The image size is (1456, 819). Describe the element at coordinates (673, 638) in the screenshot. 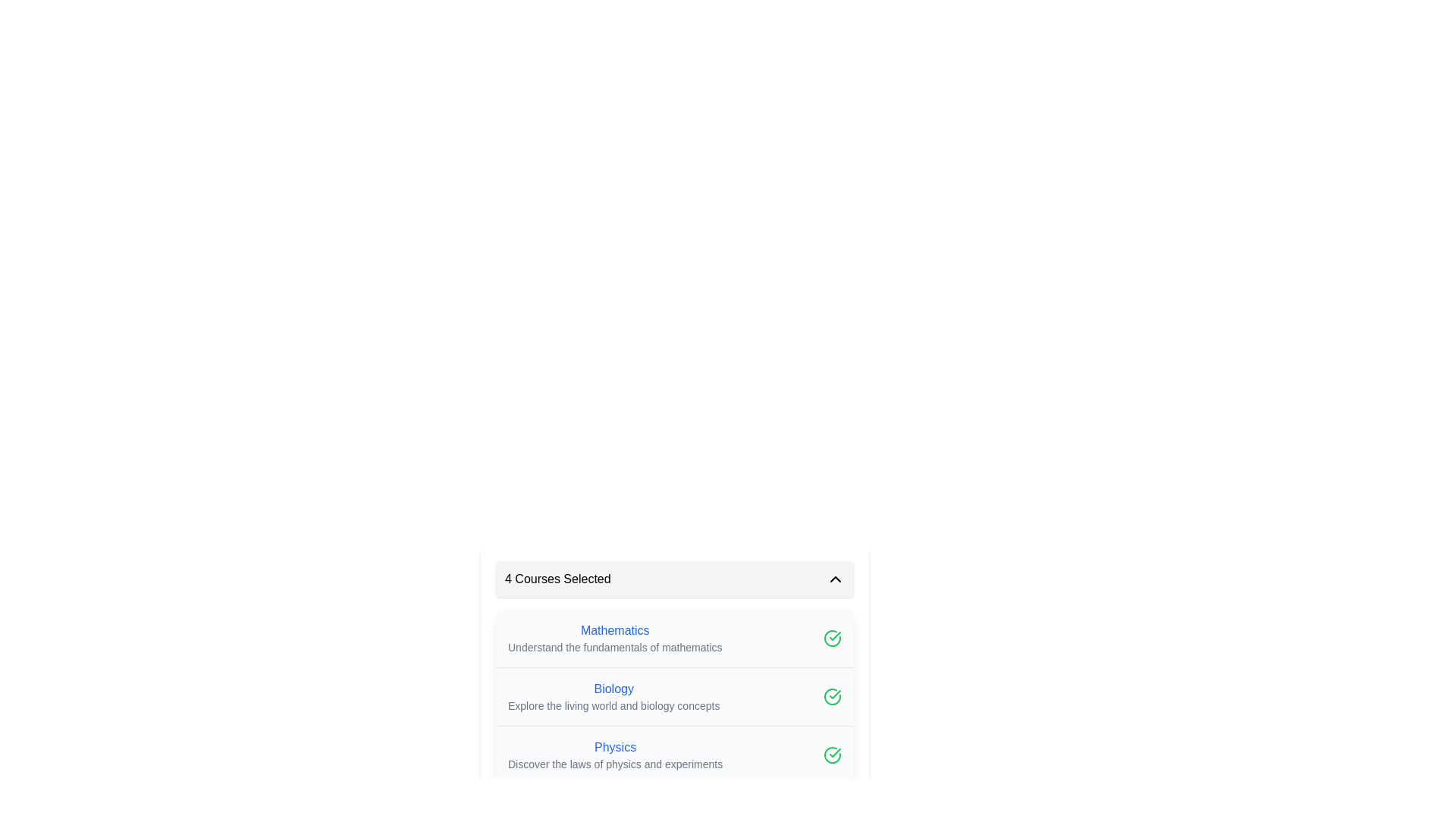

I see `the green check icon to deselect the course titled 'Mathematics' in the list of selected courses` at that location.